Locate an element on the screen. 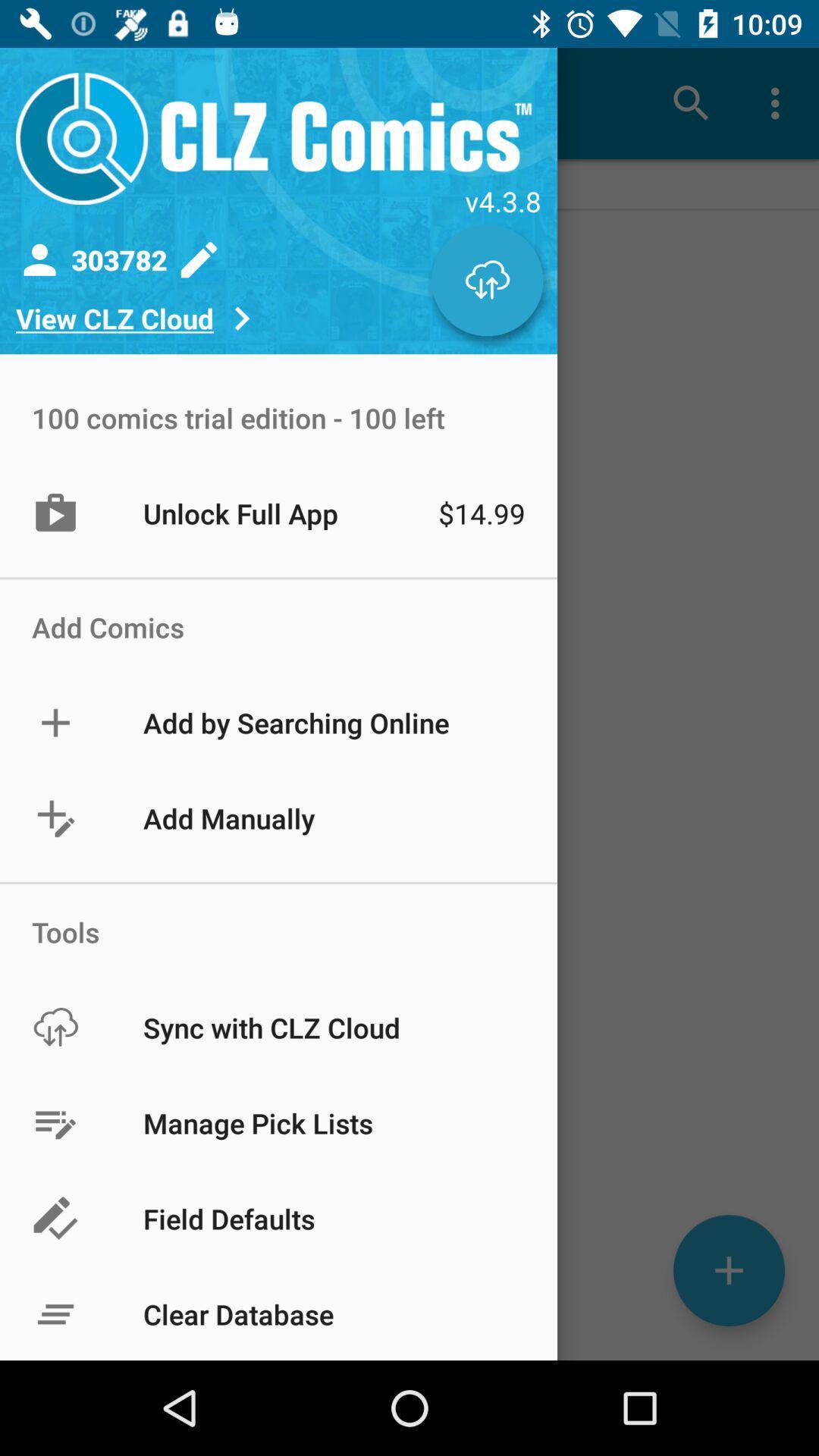  the add icon is located at coordinates (728, 1270).